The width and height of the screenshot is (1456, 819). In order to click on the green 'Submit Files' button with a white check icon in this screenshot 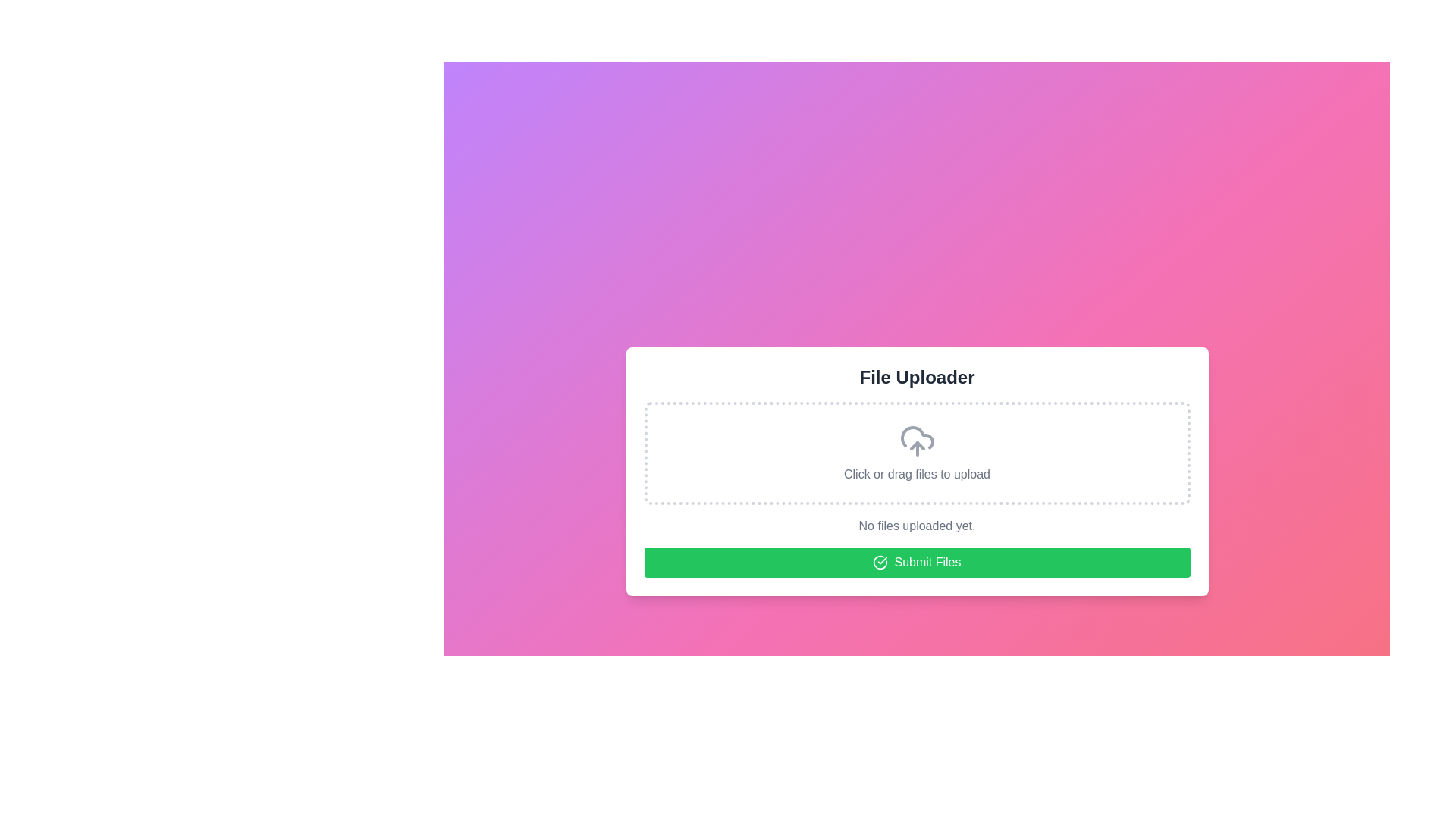, I will do `click(916, 562)`.